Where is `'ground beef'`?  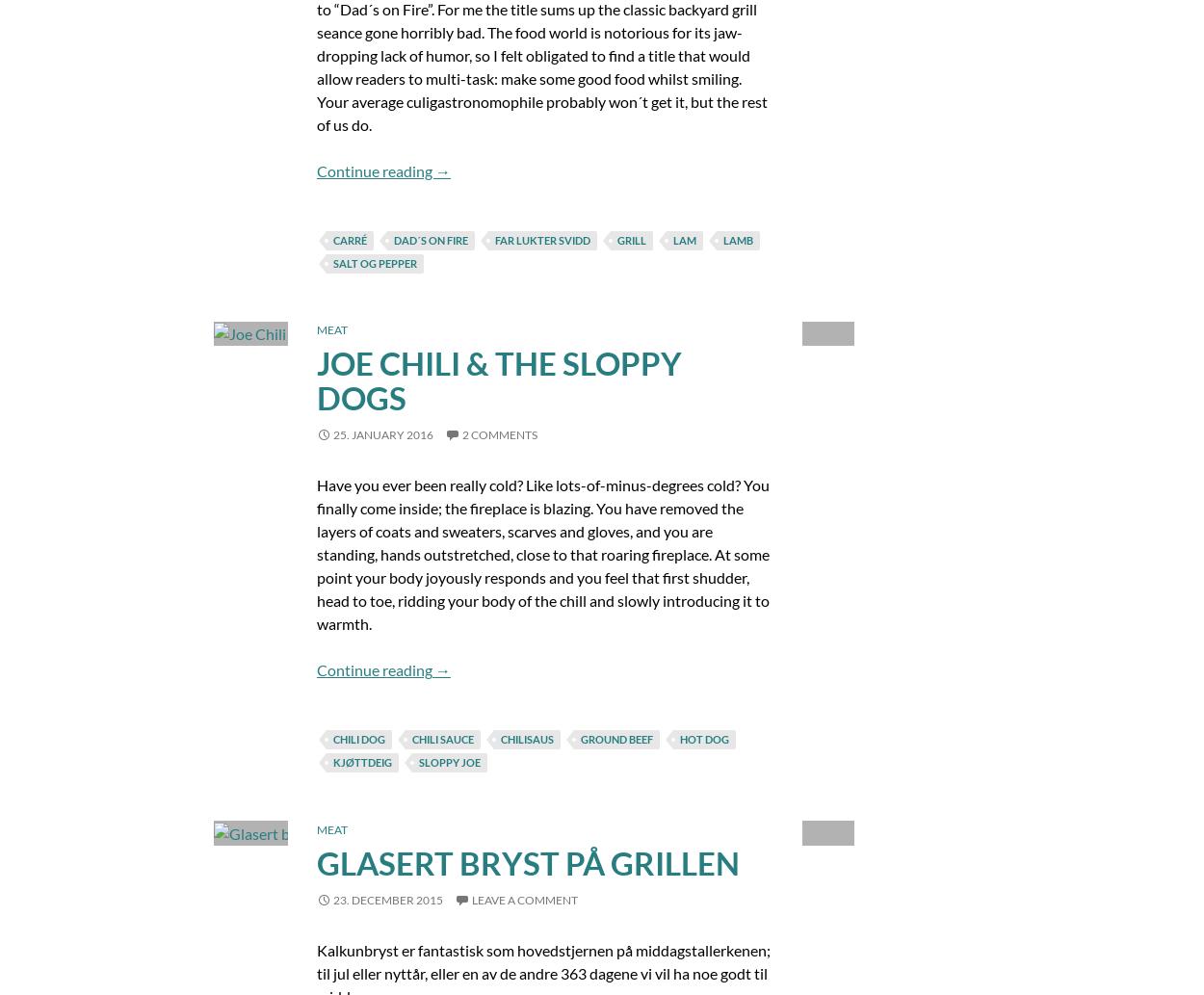
'ground beef' is located at coordinates (615, 739).